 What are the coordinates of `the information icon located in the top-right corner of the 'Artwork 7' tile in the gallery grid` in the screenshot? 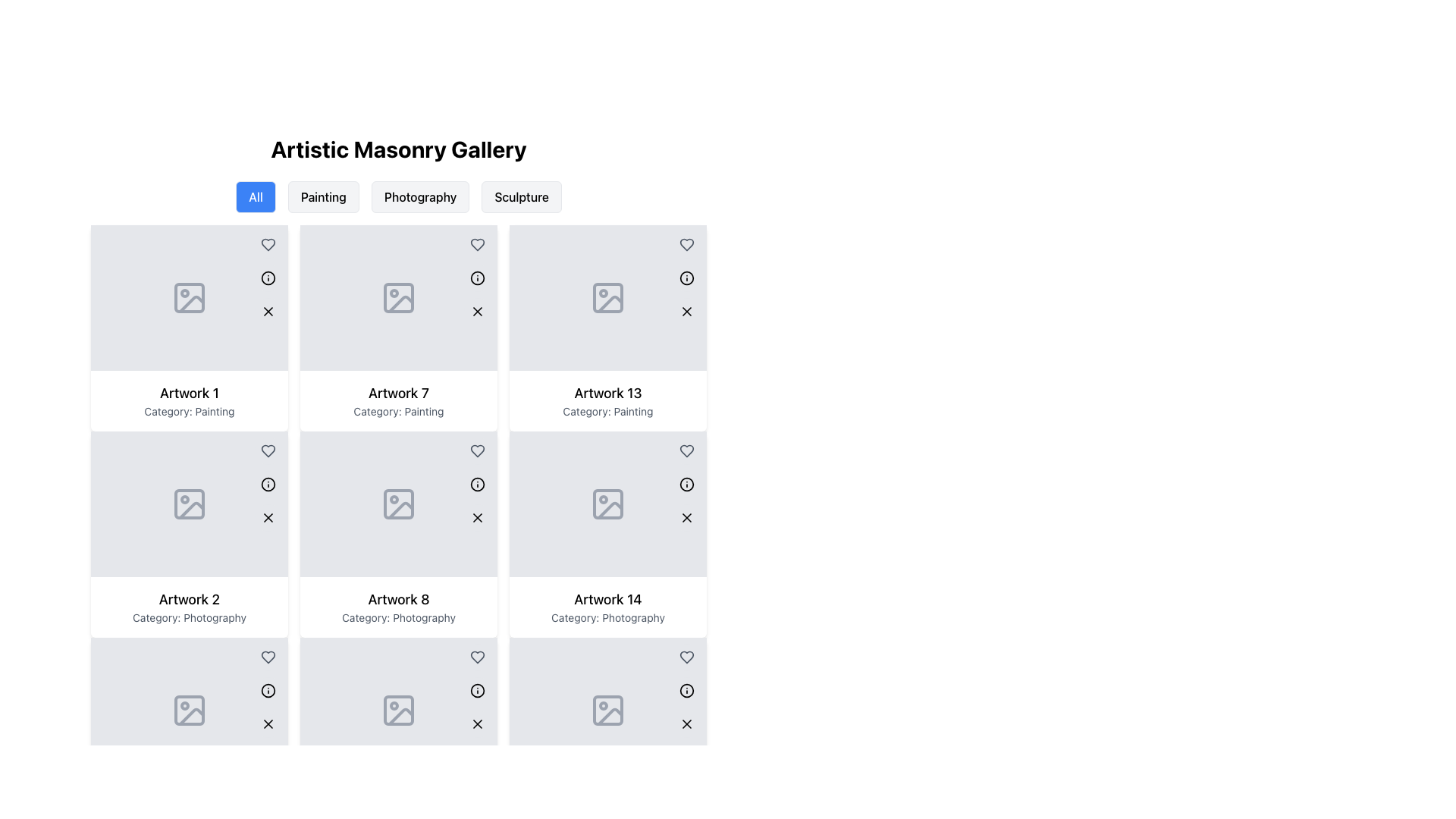 It's located at (476, 278).